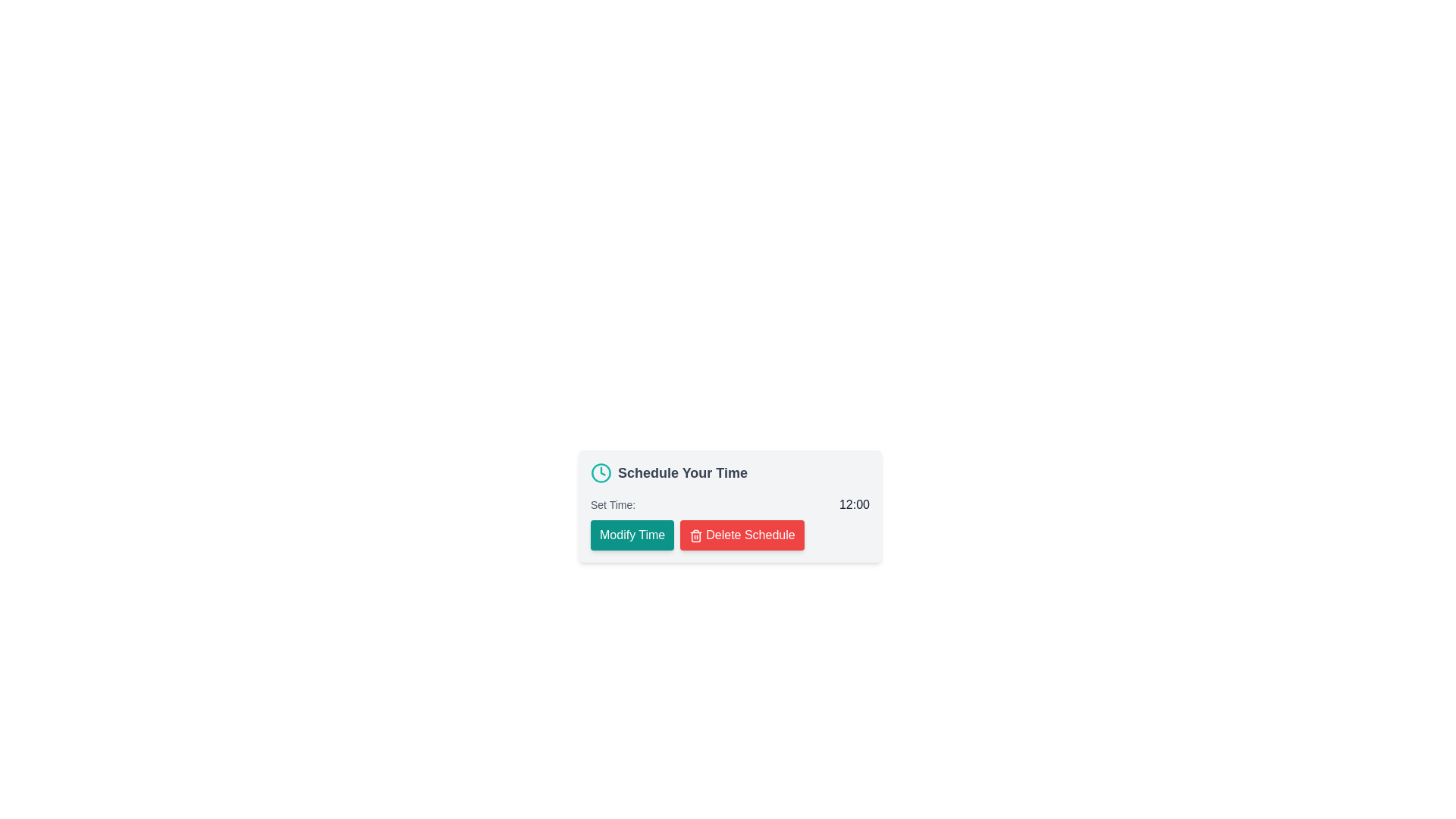 This screenshot has height=819, width=1456. I want to click on the red 'Delete Schedule' button that contains a small trash can icon, so click(695, 535).